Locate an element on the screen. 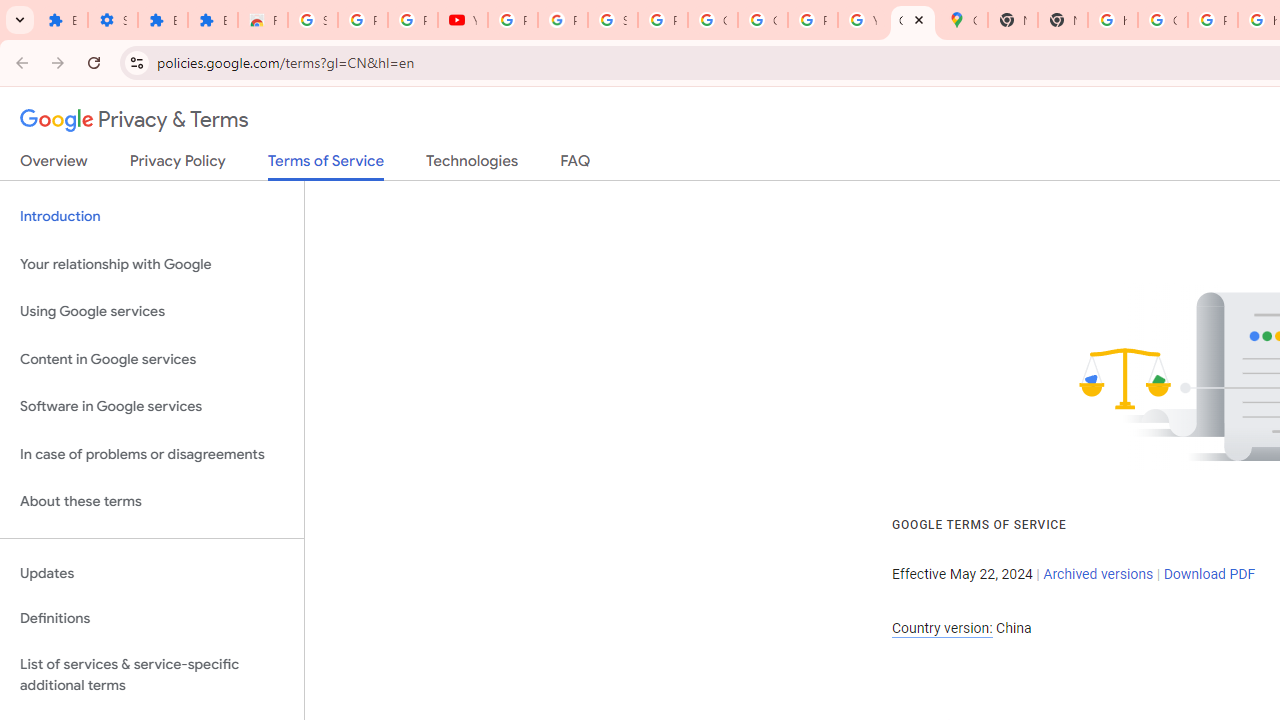  'Google Account' is located at coordinates (712, 20).